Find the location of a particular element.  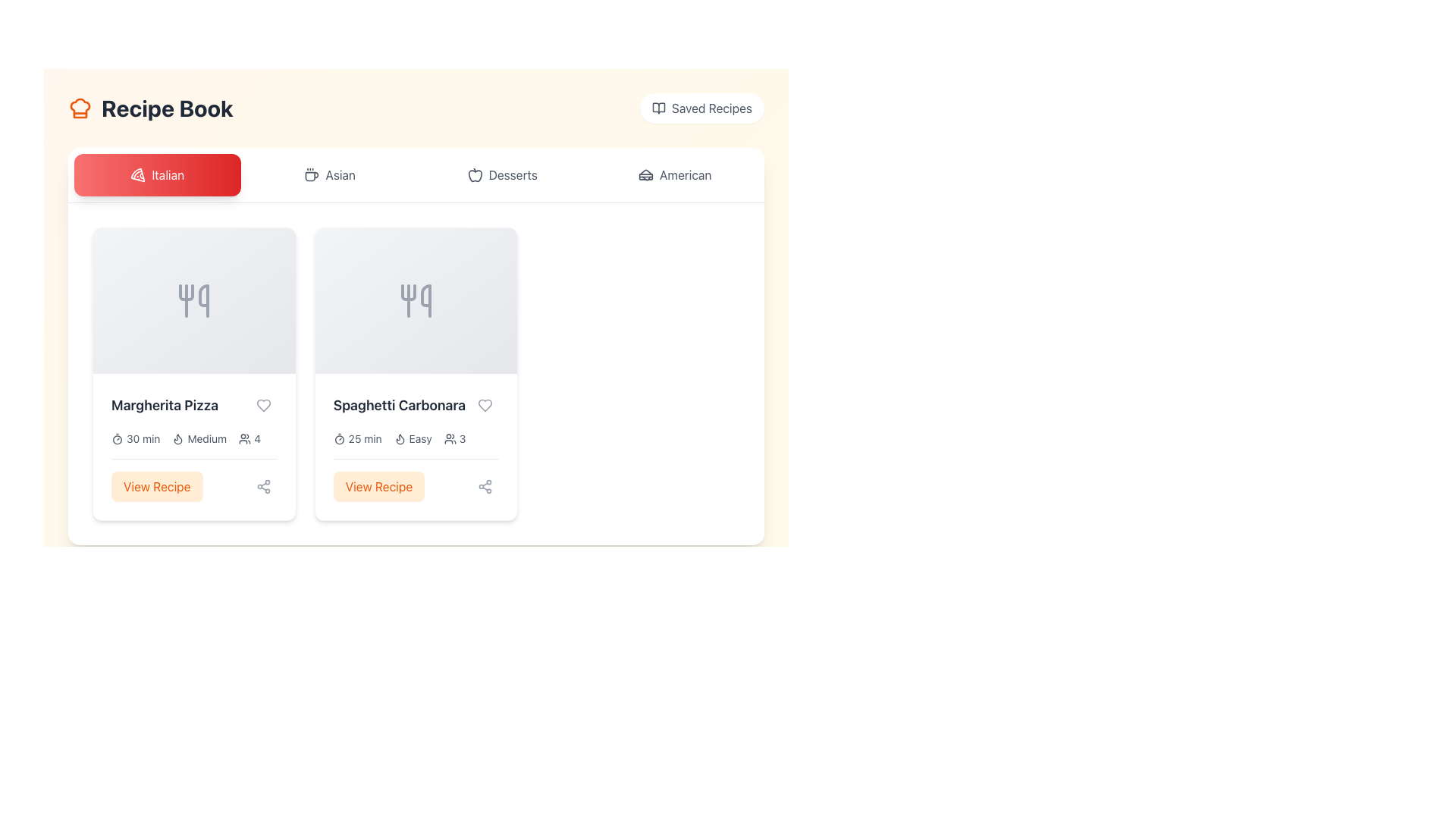

the share icon button located at the bottom-right corner of the second card to change its color is located at coordinates (485, 486).